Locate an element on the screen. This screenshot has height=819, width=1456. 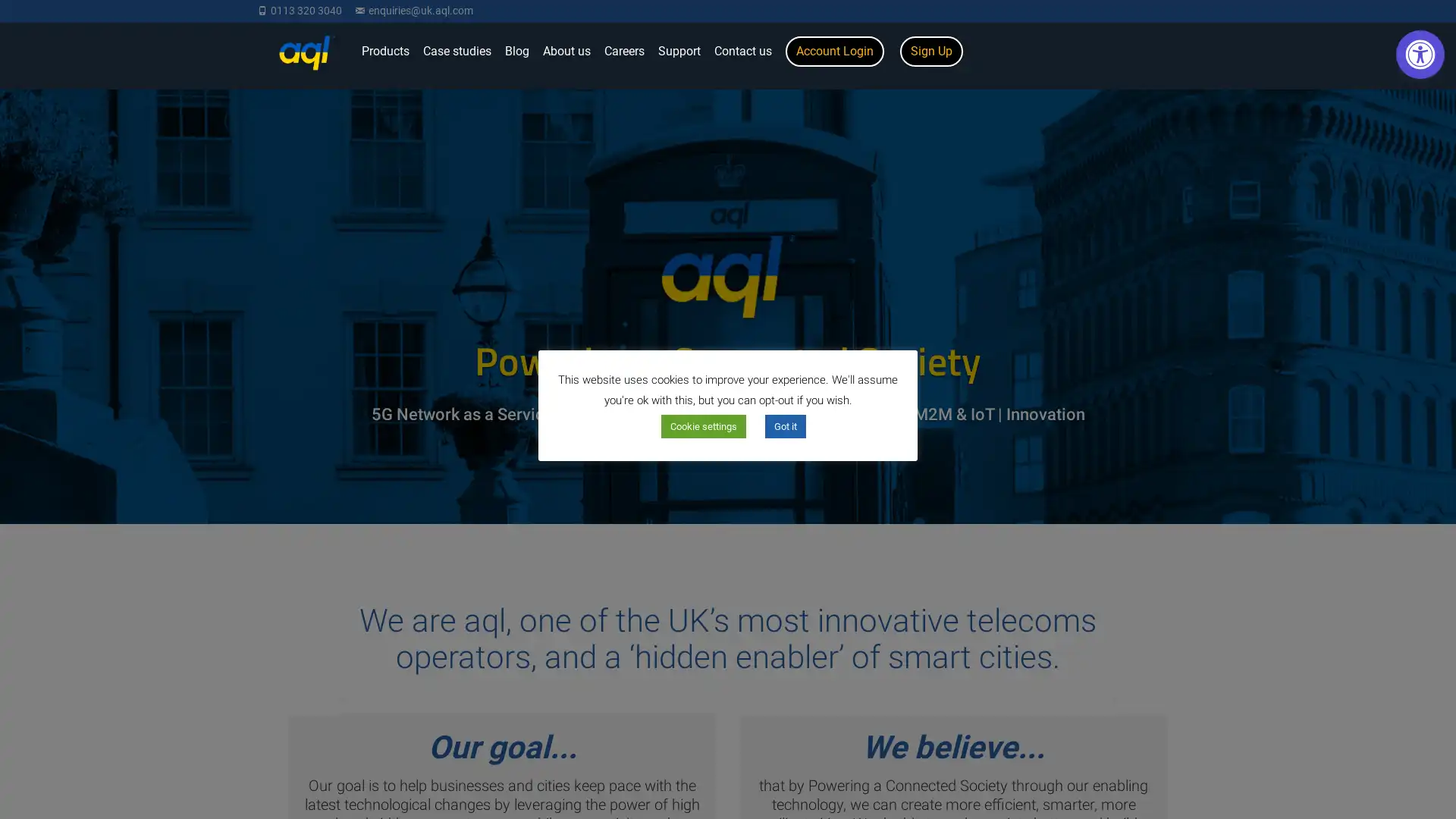
Brightness is located at coordinates (1210, 227).